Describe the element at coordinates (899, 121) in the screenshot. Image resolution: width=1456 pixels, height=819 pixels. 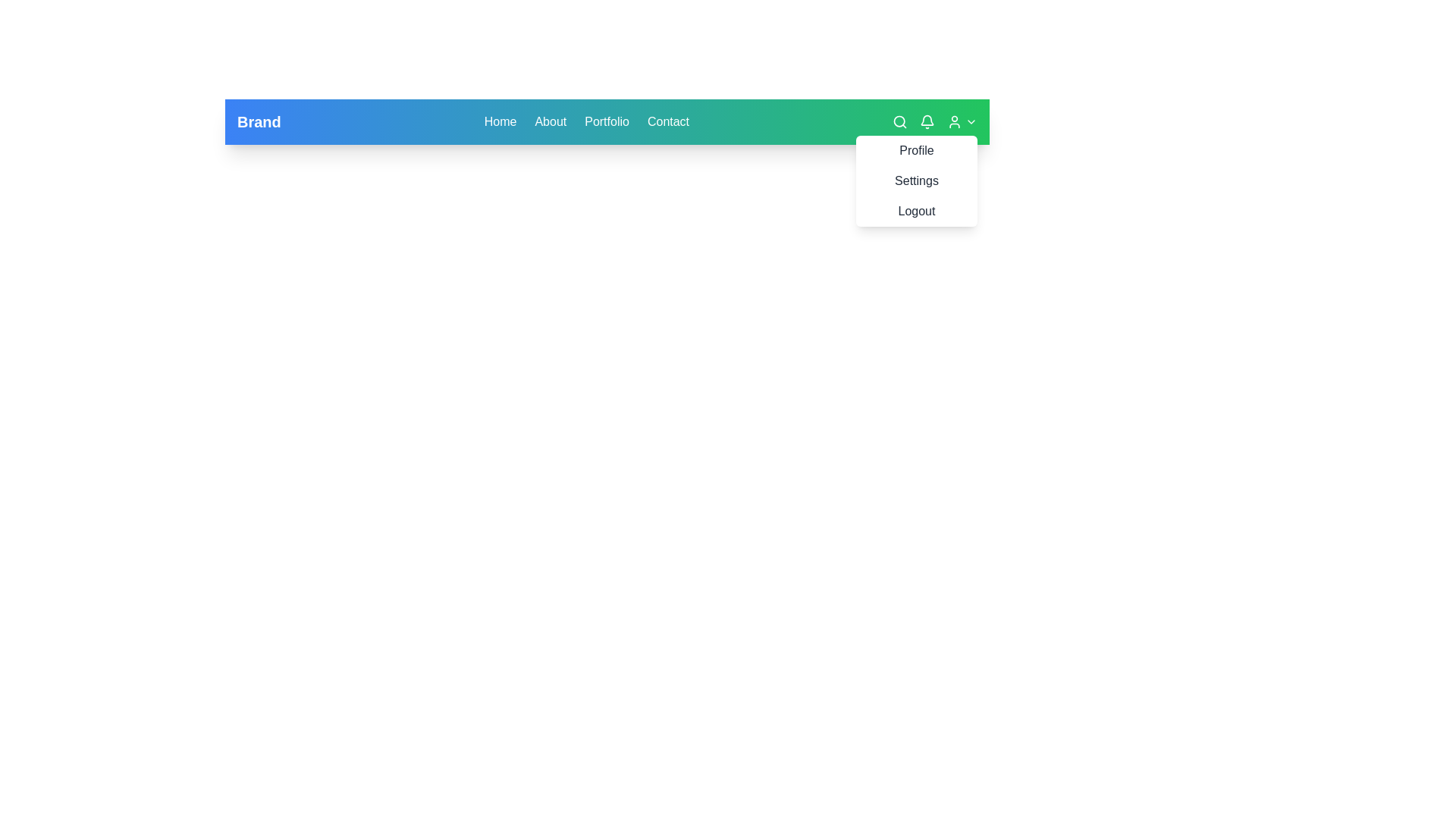
I see `the circular search icon located in the top-right section of the interface, which has a green background and is part of an SVG graphic` at that location.